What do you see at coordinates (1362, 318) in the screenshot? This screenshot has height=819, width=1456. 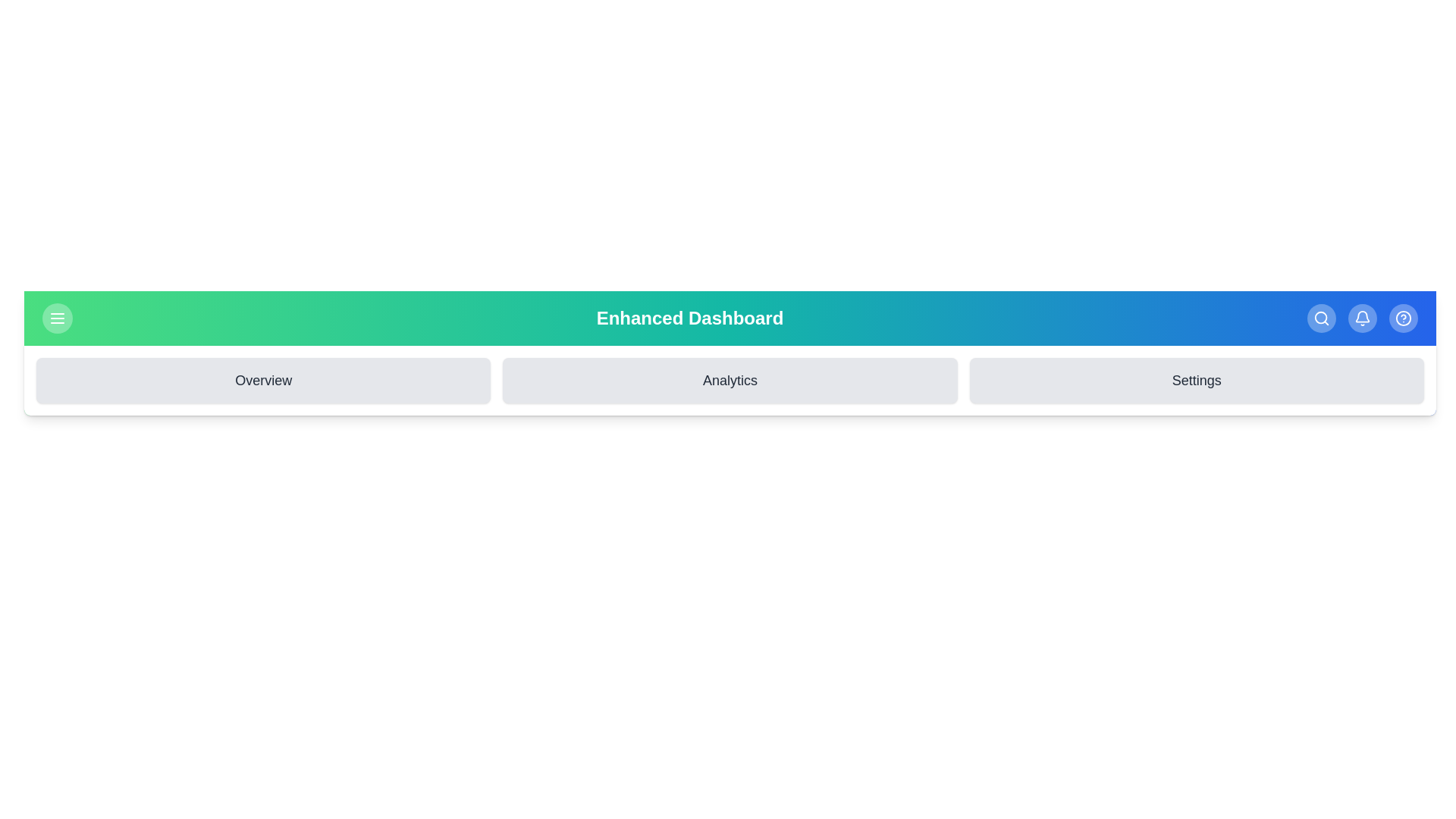 I see `the 'Bell' button to access notifications` at bounding box center [1362, 318].